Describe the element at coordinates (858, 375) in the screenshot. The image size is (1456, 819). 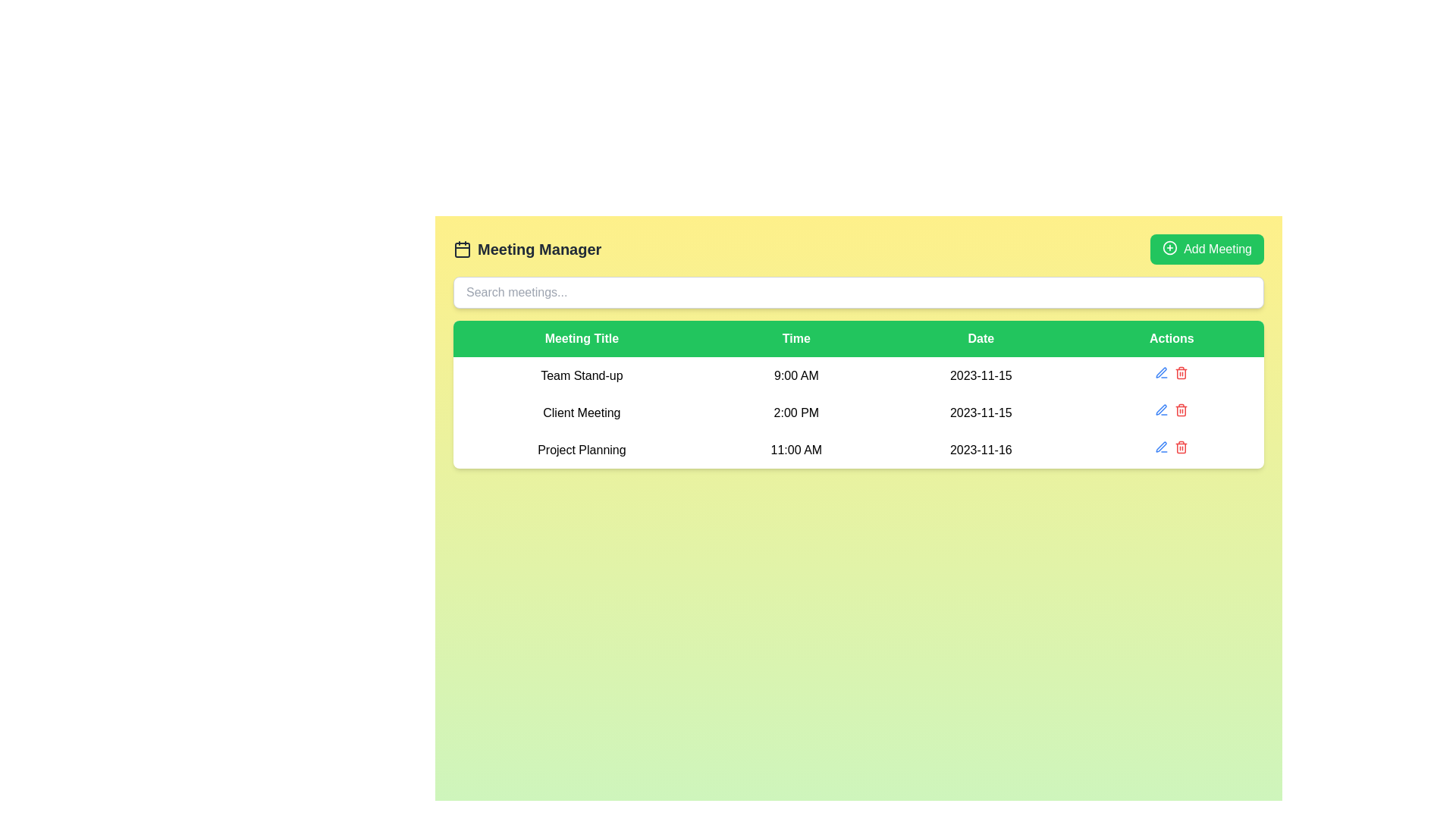
I see `first table row in the scheduling table that contains the meeting entry, including title, time, and date information` at that location.